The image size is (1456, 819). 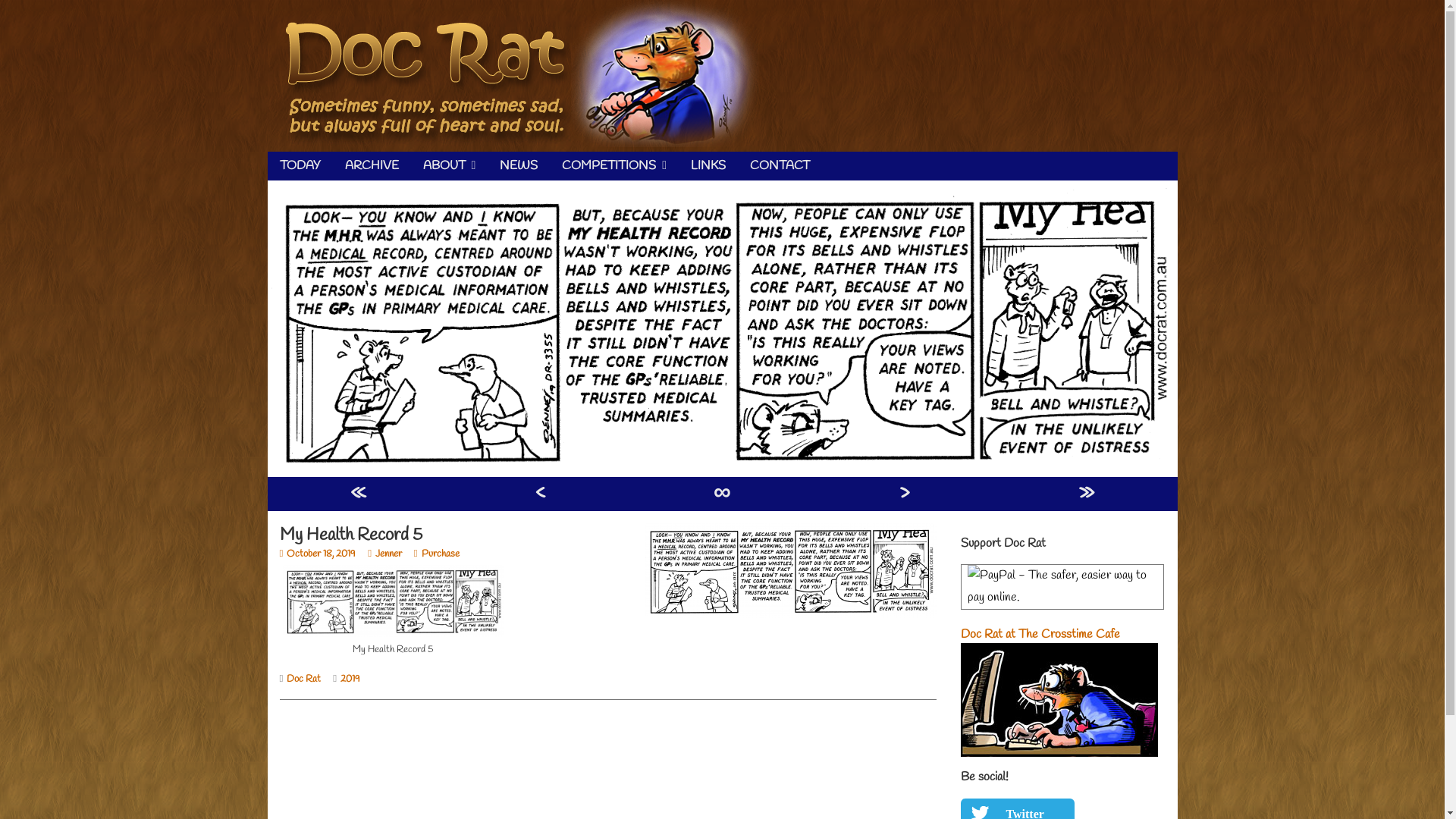 I want to click on 'Purchase', so click(x=414, y=554).